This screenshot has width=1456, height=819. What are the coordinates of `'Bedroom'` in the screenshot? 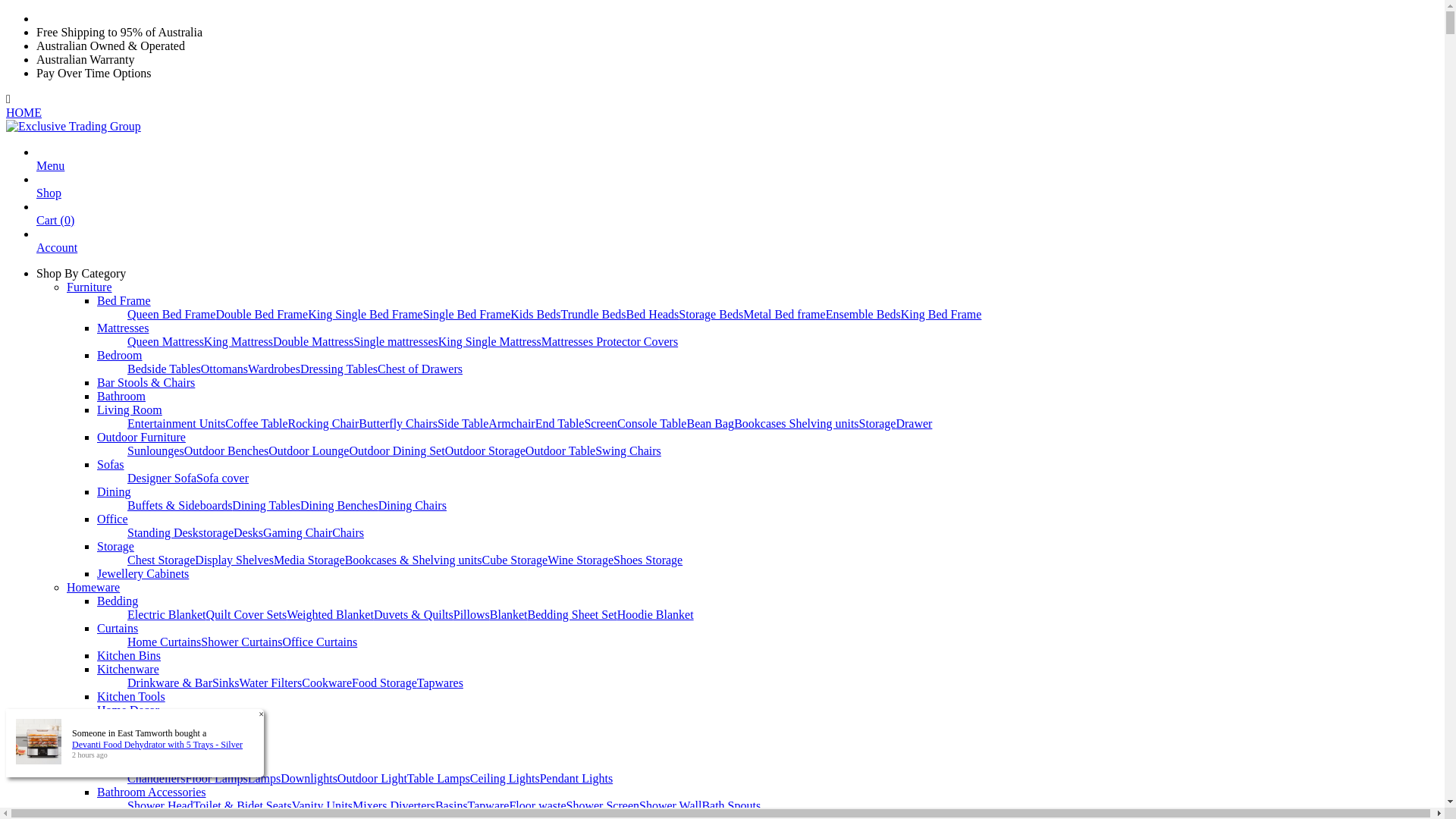 It's located at (119, 355).